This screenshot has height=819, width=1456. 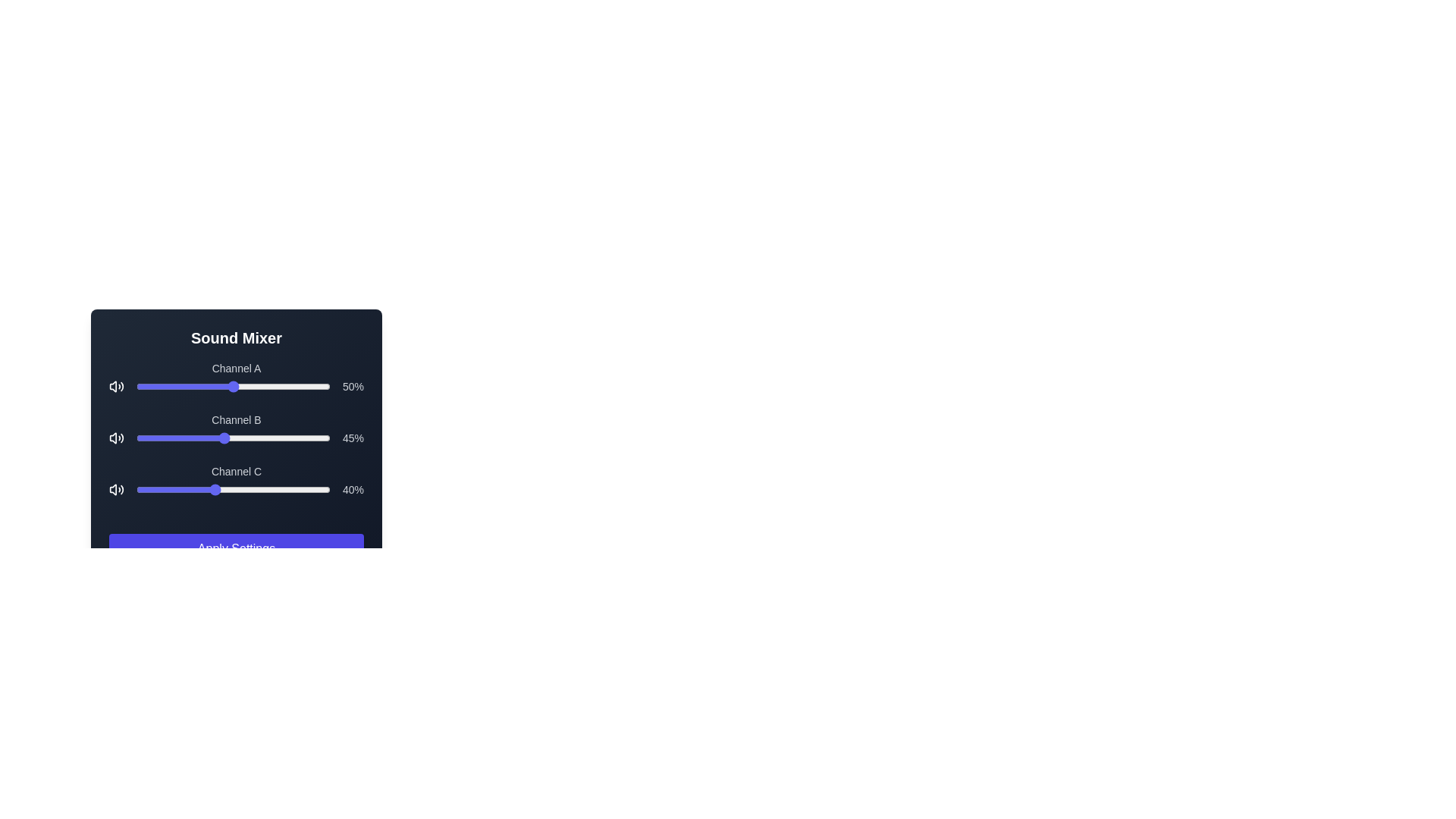 What do you see at coordinates (142, 385) in the screenshot?
I see `Channel A volume` at bounding box center [142, 385].